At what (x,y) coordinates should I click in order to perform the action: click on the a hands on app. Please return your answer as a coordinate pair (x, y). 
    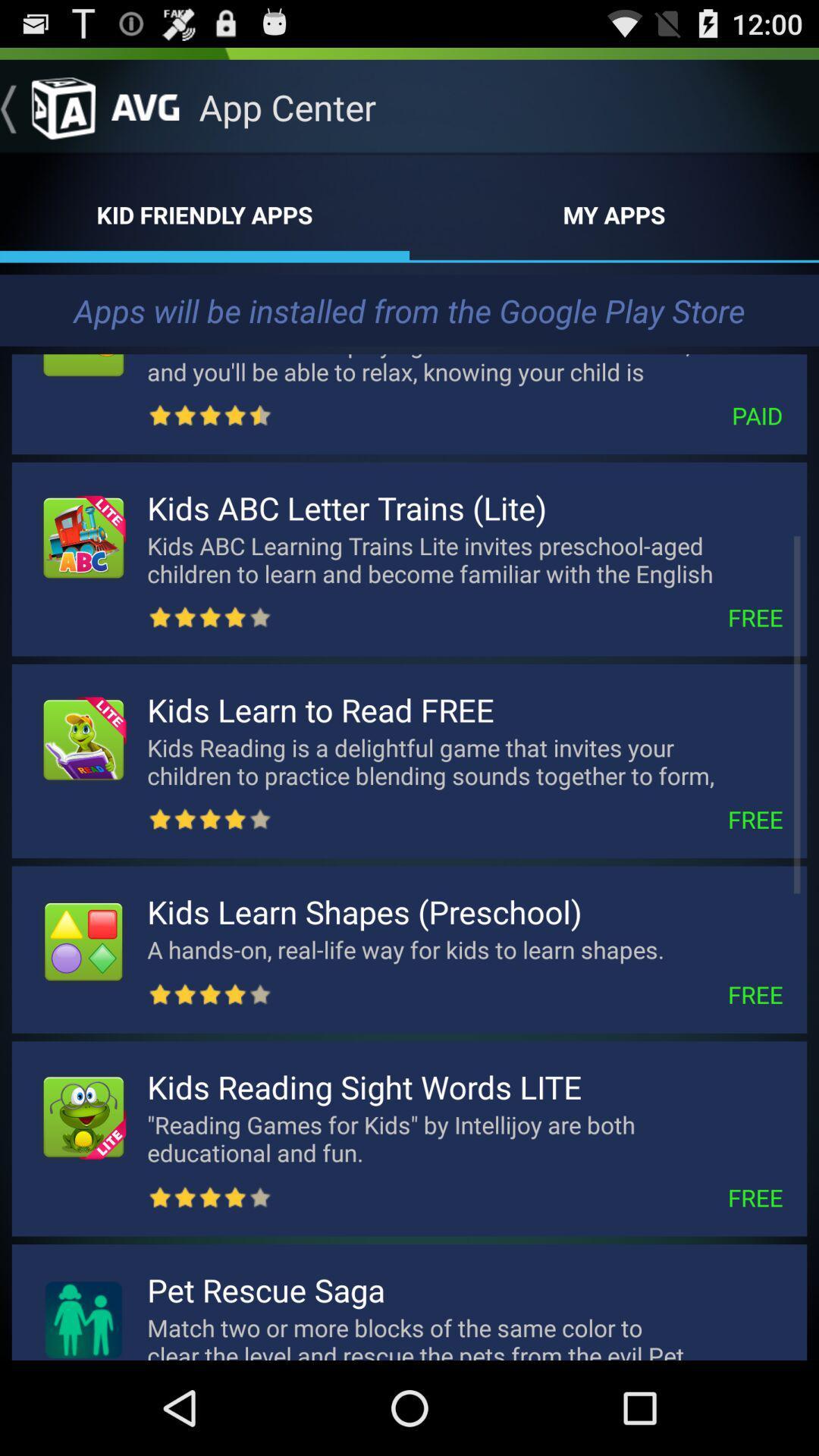
    Looking at the image, I should click on (438, 949).